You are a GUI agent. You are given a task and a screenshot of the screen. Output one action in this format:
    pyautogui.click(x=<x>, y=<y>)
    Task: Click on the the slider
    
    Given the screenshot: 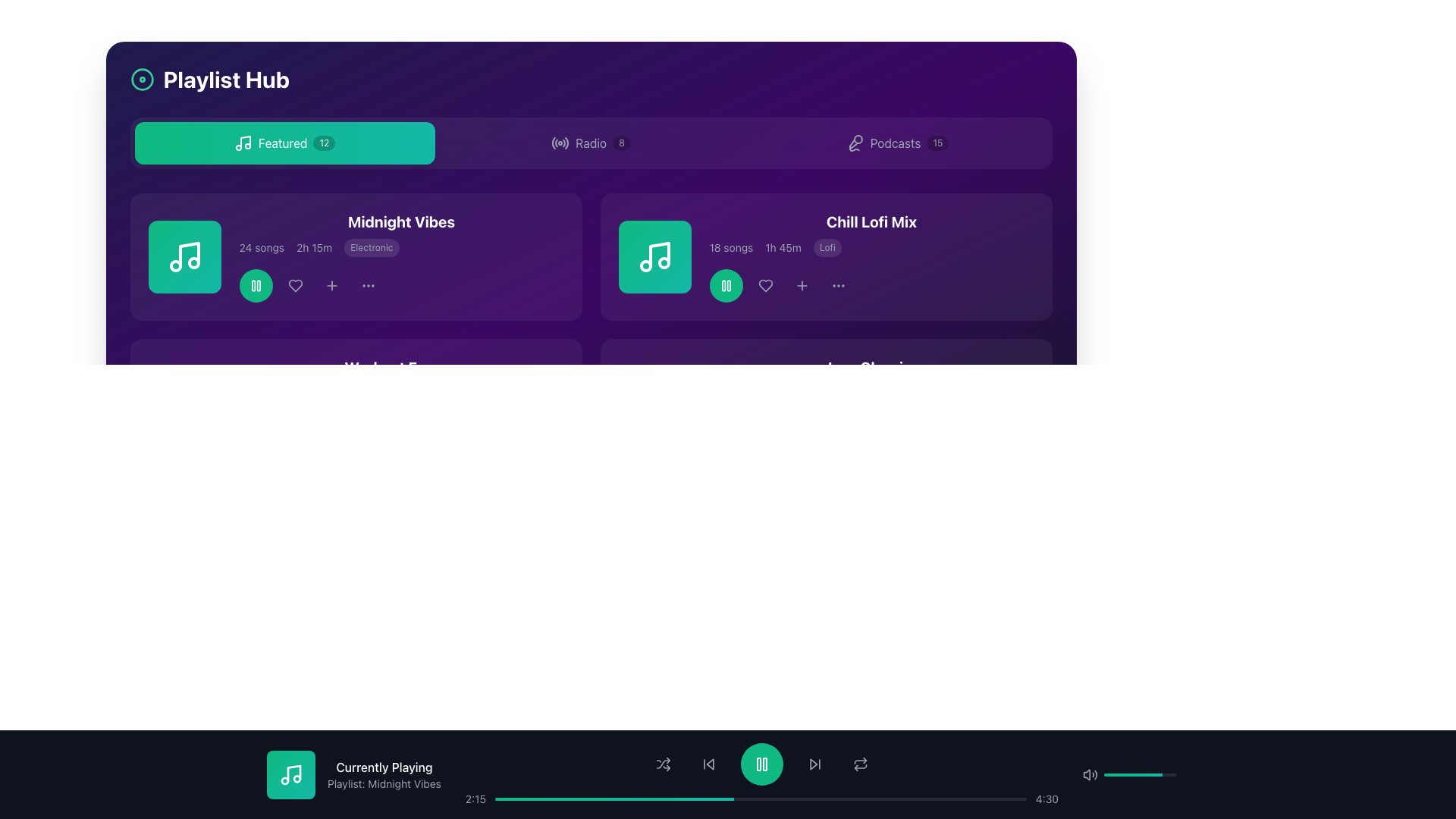 What is the action you would take?
    pyautogui.click(x=1119, y=775)
    